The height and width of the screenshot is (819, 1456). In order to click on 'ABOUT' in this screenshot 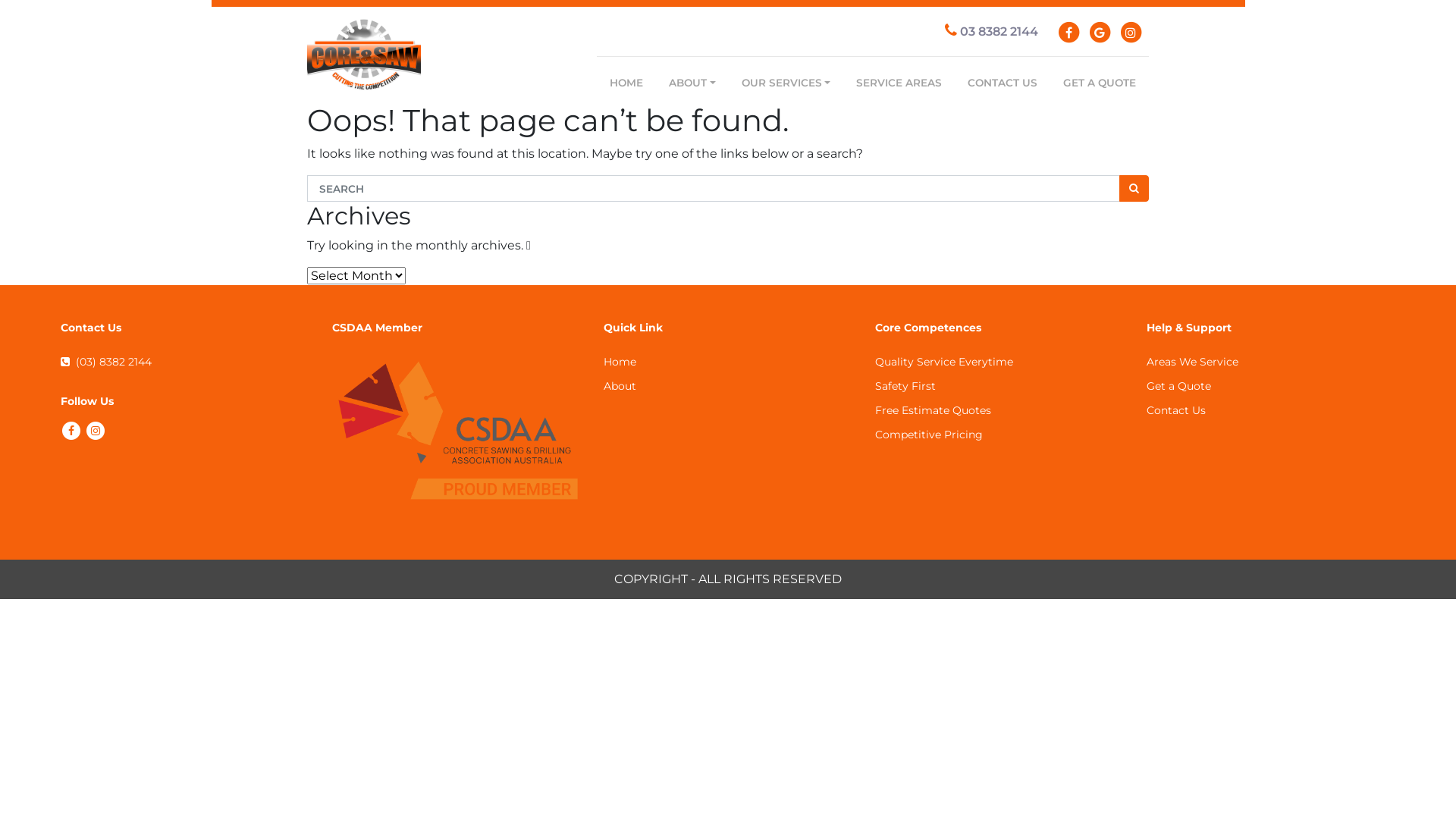, I will do `click(691, 82)`.